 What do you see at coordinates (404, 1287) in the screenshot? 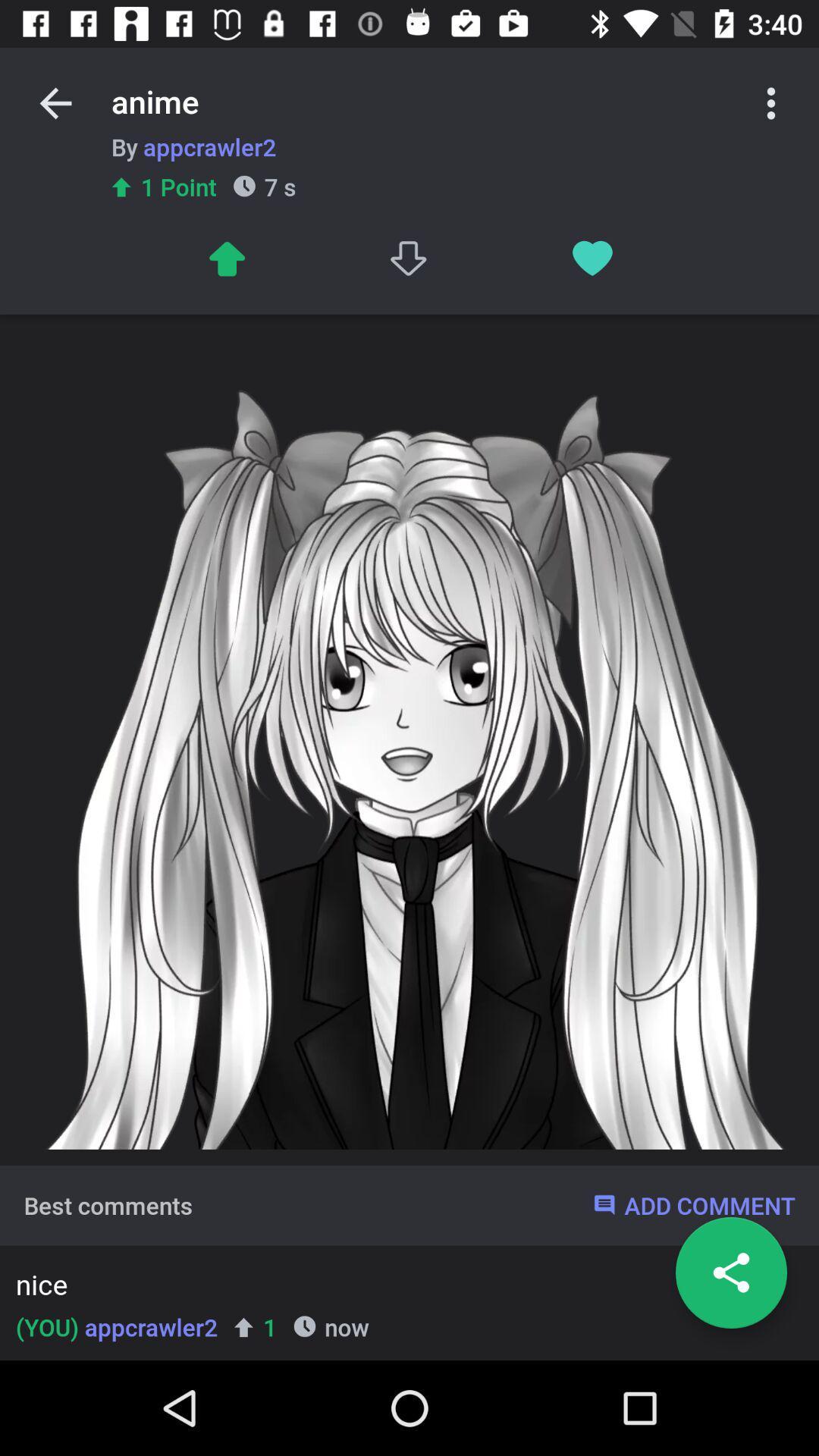
I see `nice` at bounding box center [404, 1287].